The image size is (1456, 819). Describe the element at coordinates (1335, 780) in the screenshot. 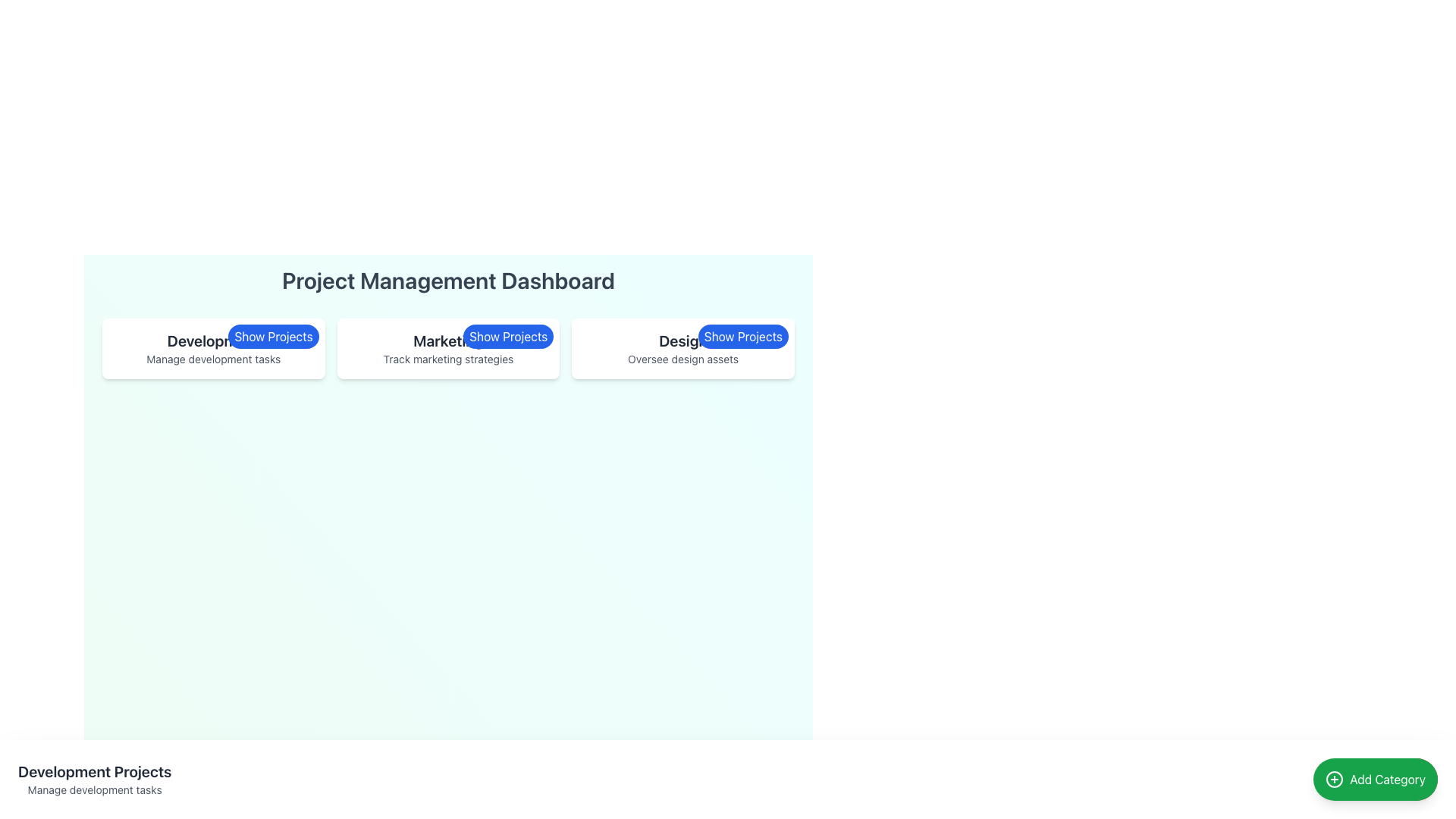

I see `the SVG Circle element located within the green button labeled 'Add Category' at the bottom-right corner of the interface for keyboard navigation` at that location.